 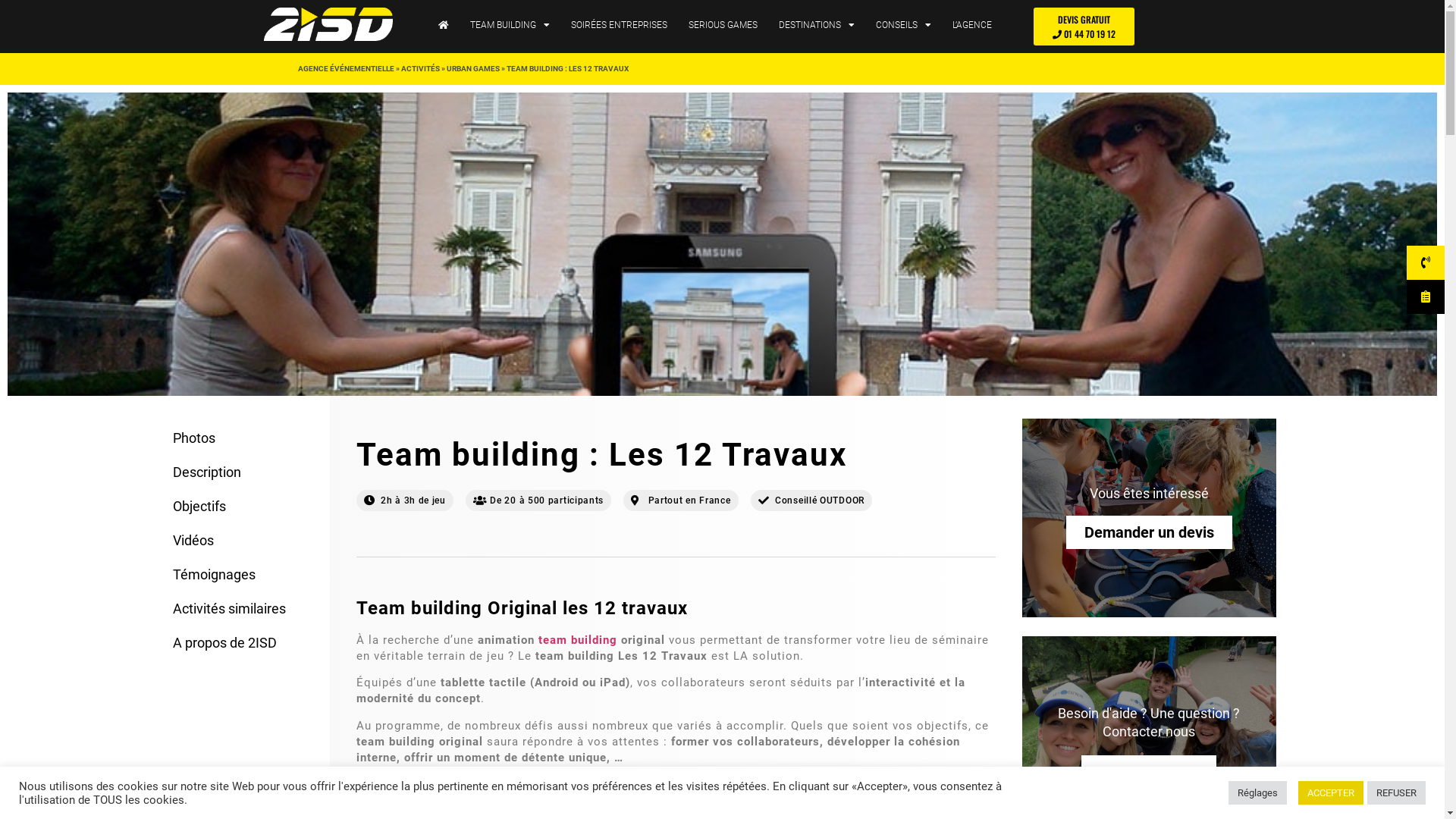 I want to click on 'team building', so click(x=538, y=640).